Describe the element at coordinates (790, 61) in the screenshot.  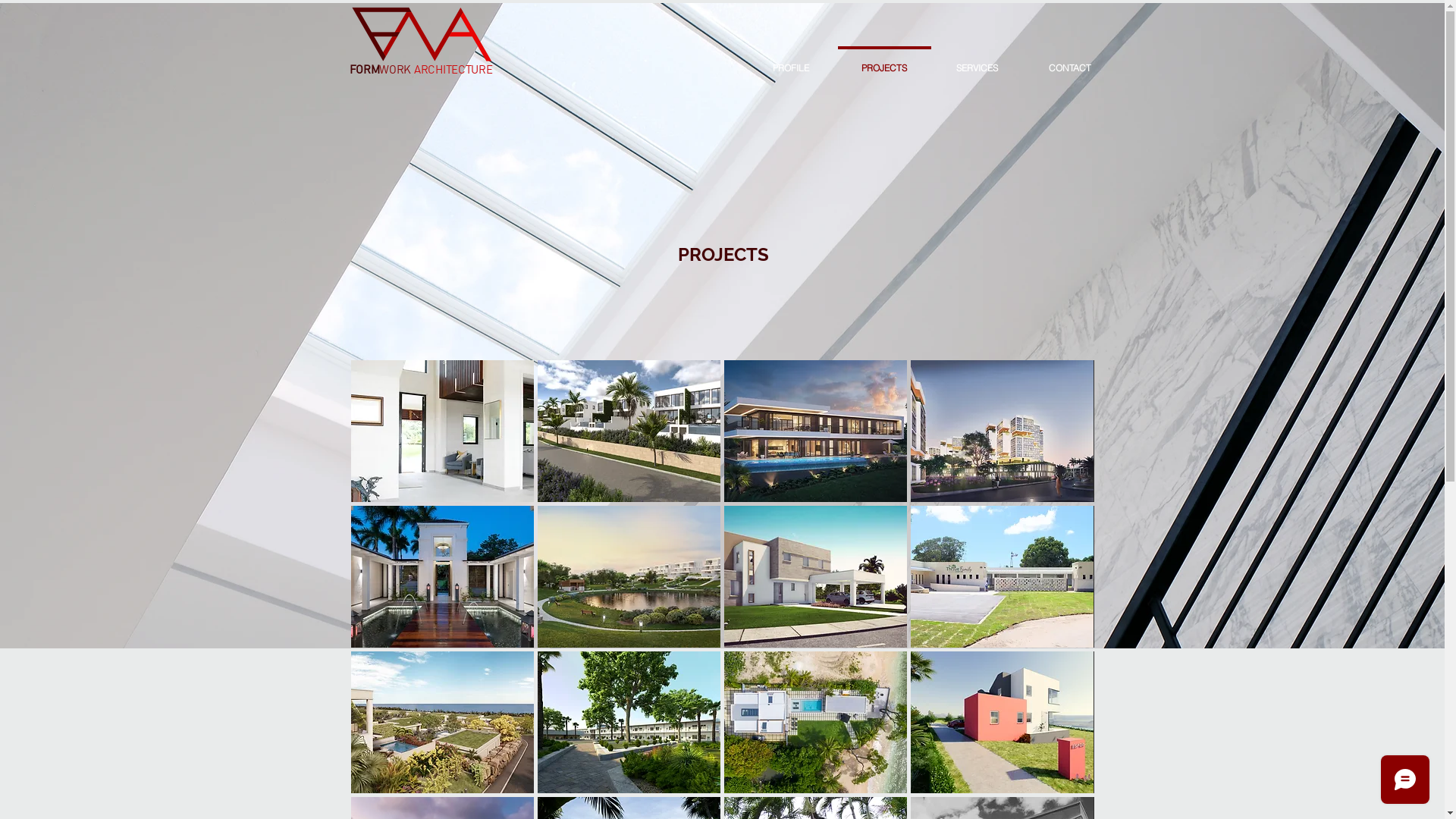
I see `'PROFILE'` at that location.